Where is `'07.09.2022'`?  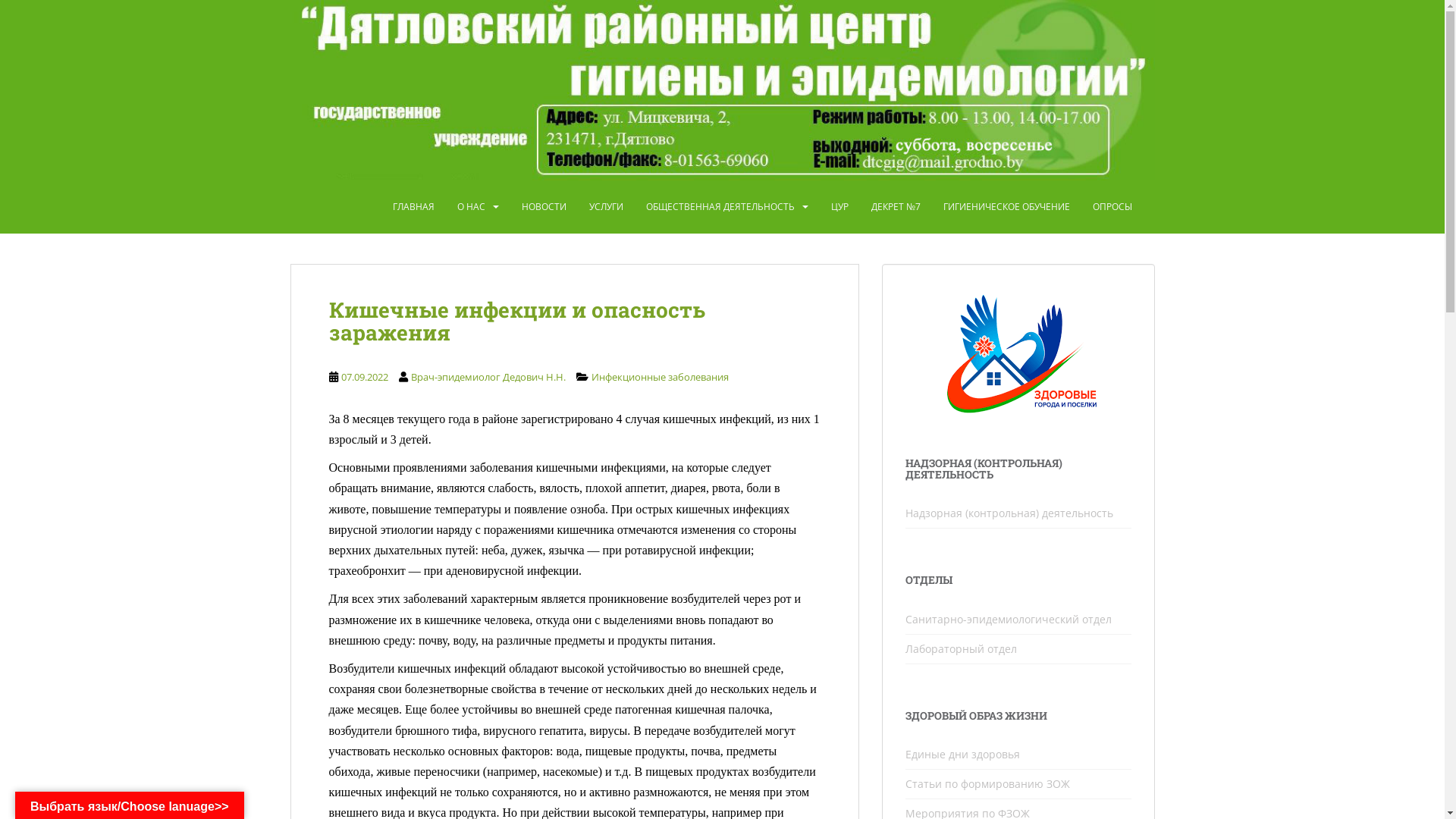 '07.09.2022' is located at coordinates (364, 376).